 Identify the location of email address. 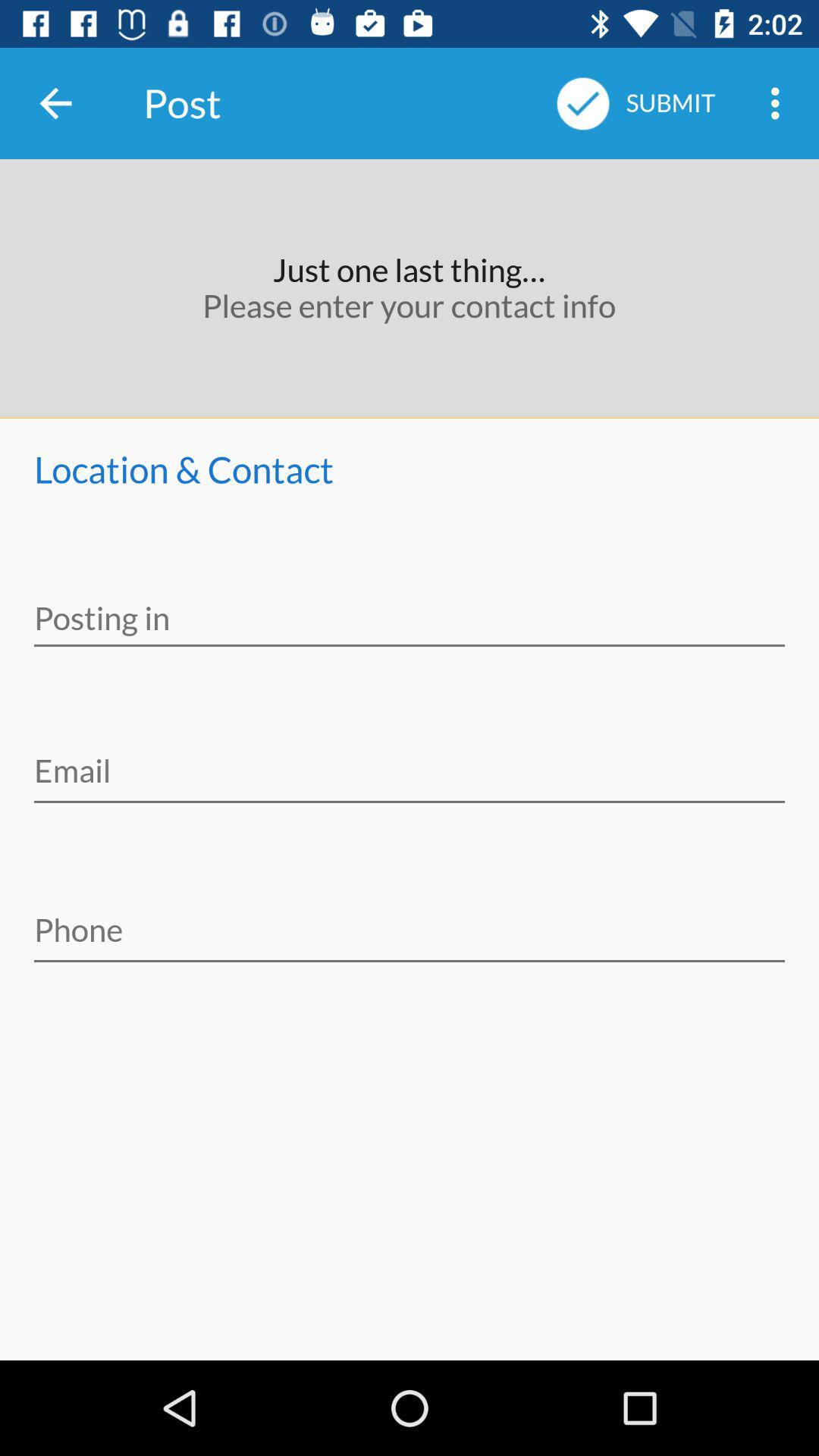
(409, 761).